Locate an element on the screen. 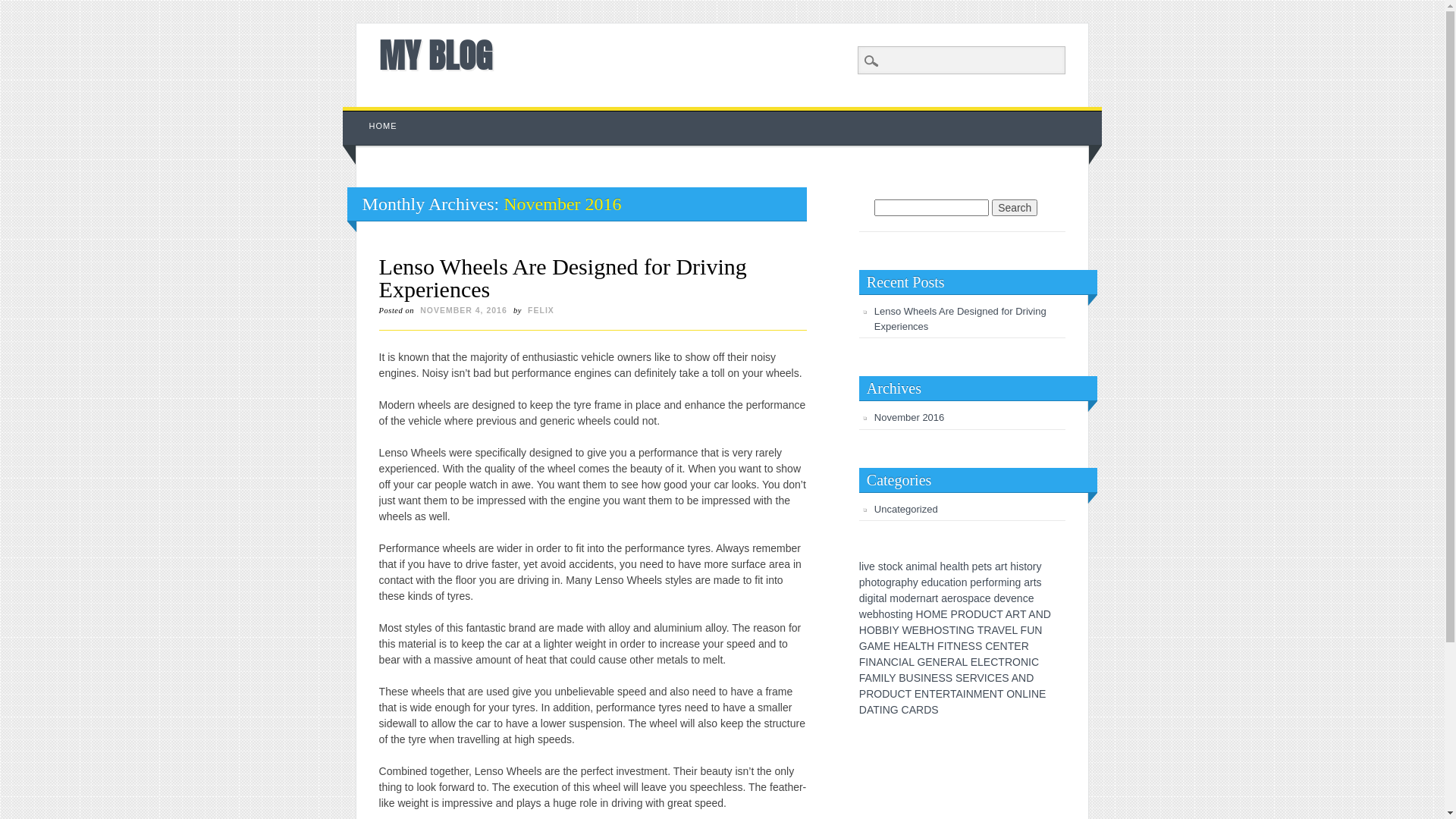 The width and height of the screenshot is (1456, 819). 'R' is located at coordinates (1025, 646).